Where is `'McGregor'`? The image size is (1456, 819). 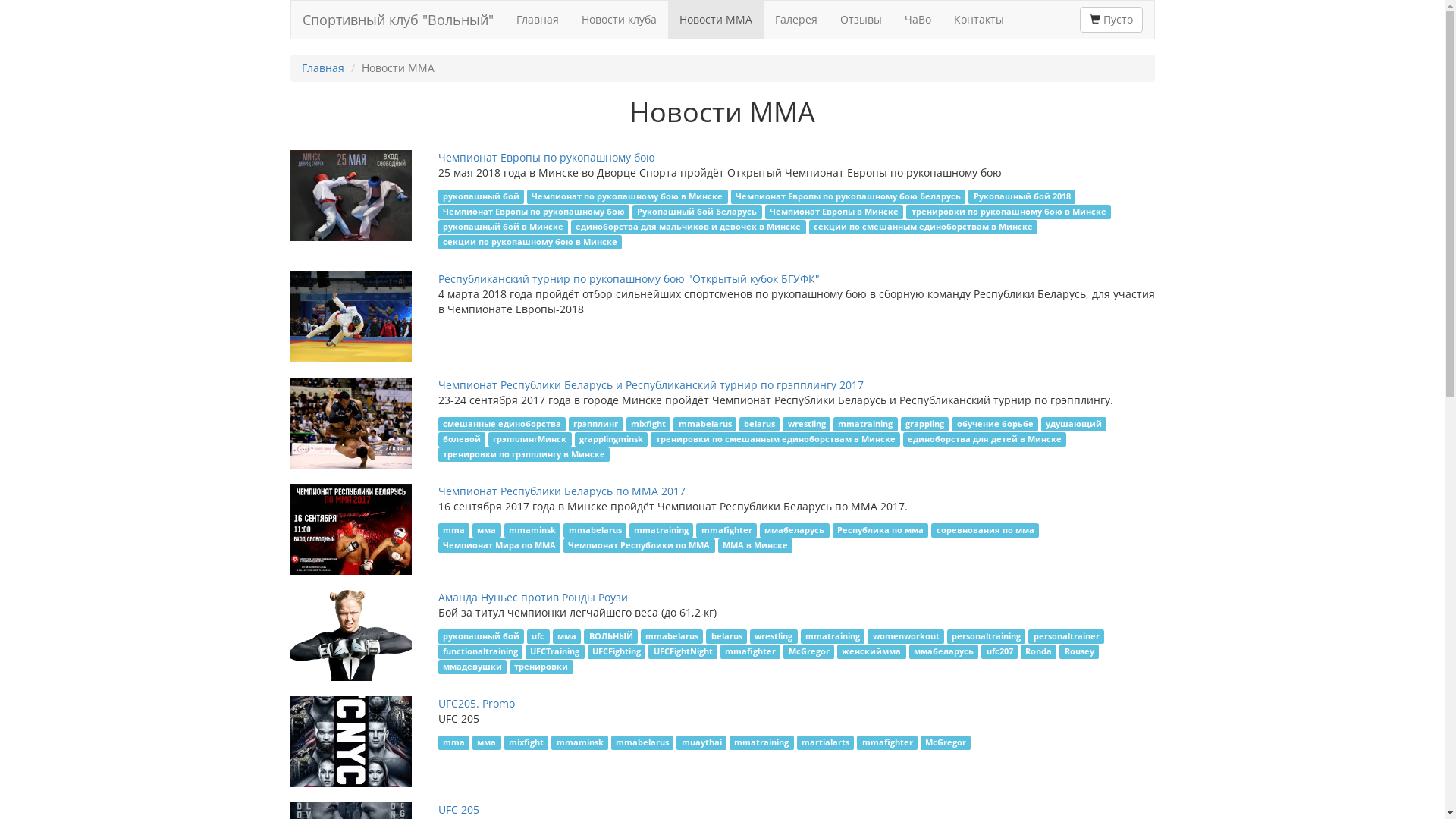 'McGregor' is located at coordinates (808, 651).